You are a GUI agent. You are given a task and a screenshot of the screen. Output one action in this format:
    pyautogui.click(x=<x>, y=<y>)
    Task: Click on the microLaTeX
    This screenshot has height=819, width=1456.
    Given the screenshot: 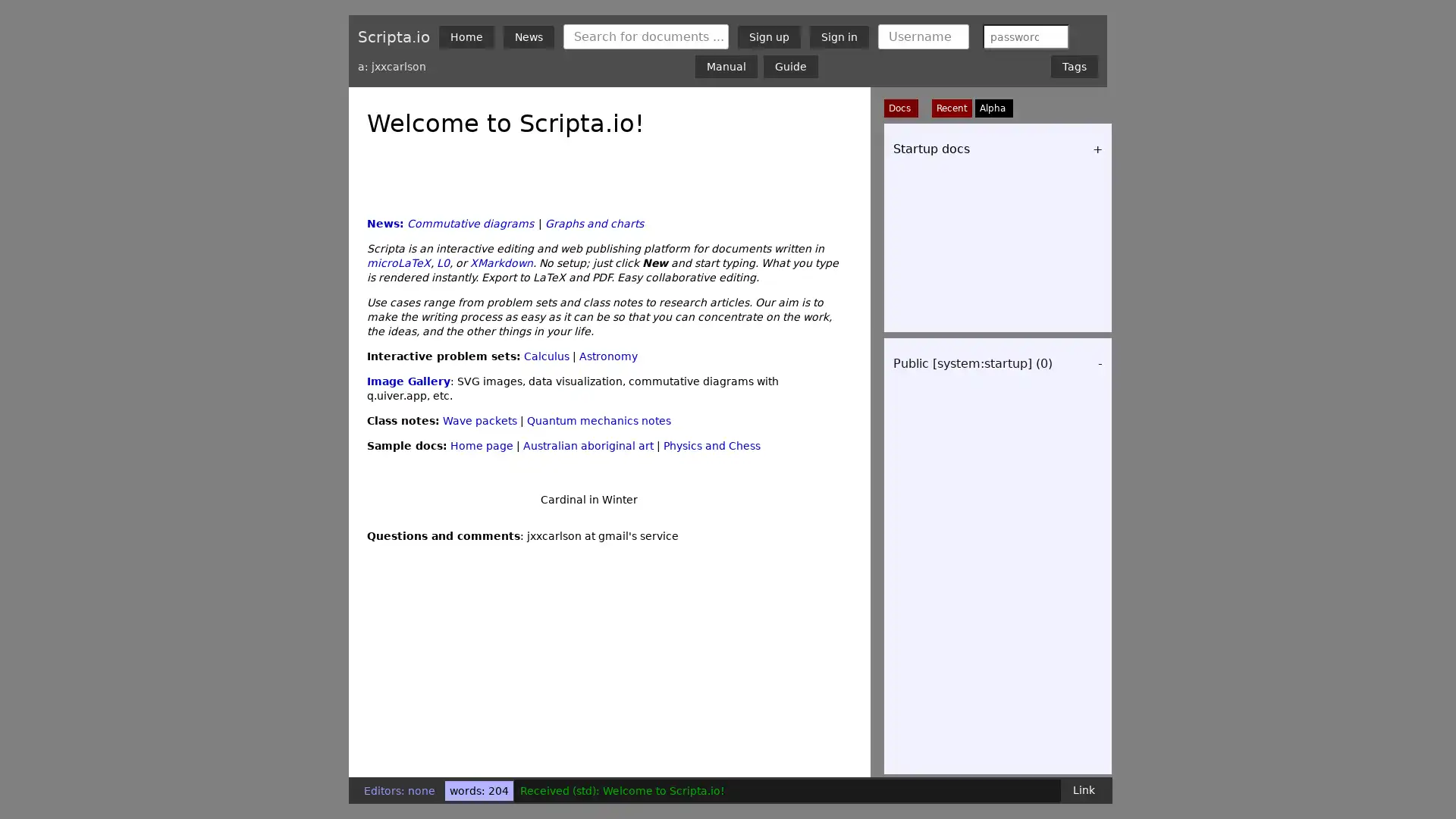 What is the action you would take?
    pyautogui.click(x=399, y=379)
    